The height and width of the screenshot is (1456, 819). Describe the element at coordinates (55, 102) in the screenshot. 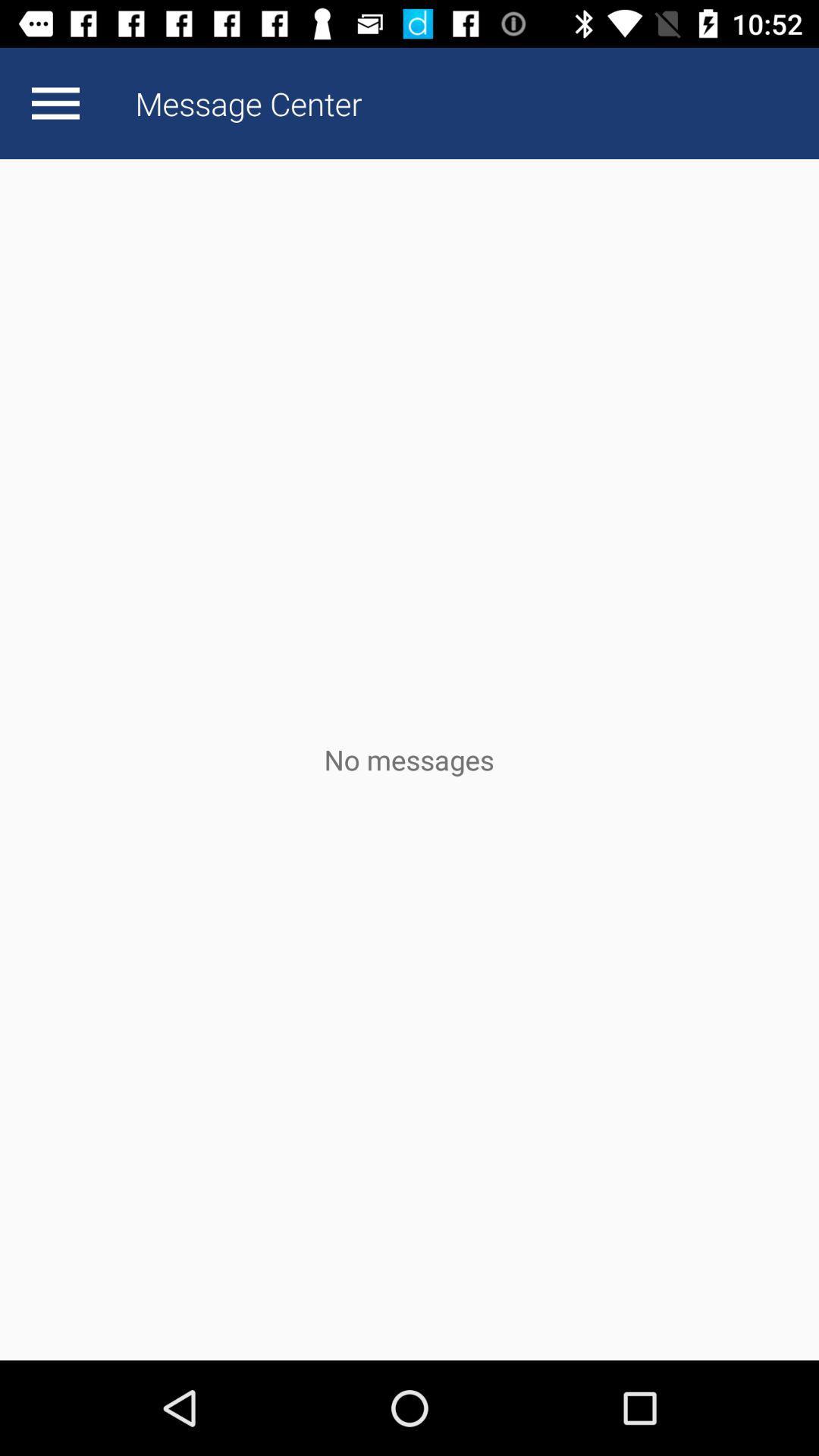

I see `icon at the top left corner` at that location.